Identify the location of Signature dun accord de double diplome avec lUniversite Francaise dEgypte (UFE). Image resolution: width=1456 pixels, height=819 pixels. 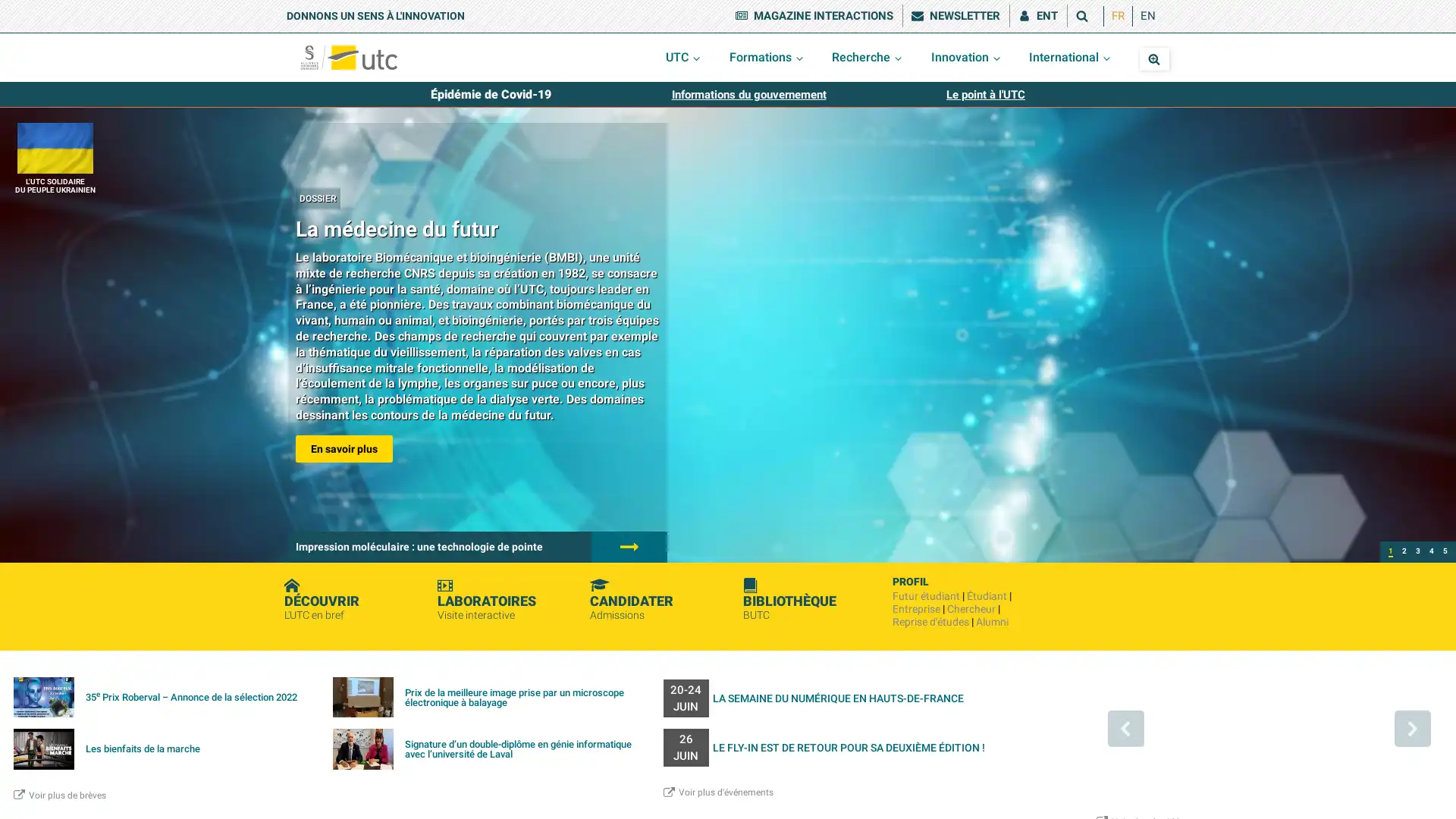
(1444, 552).